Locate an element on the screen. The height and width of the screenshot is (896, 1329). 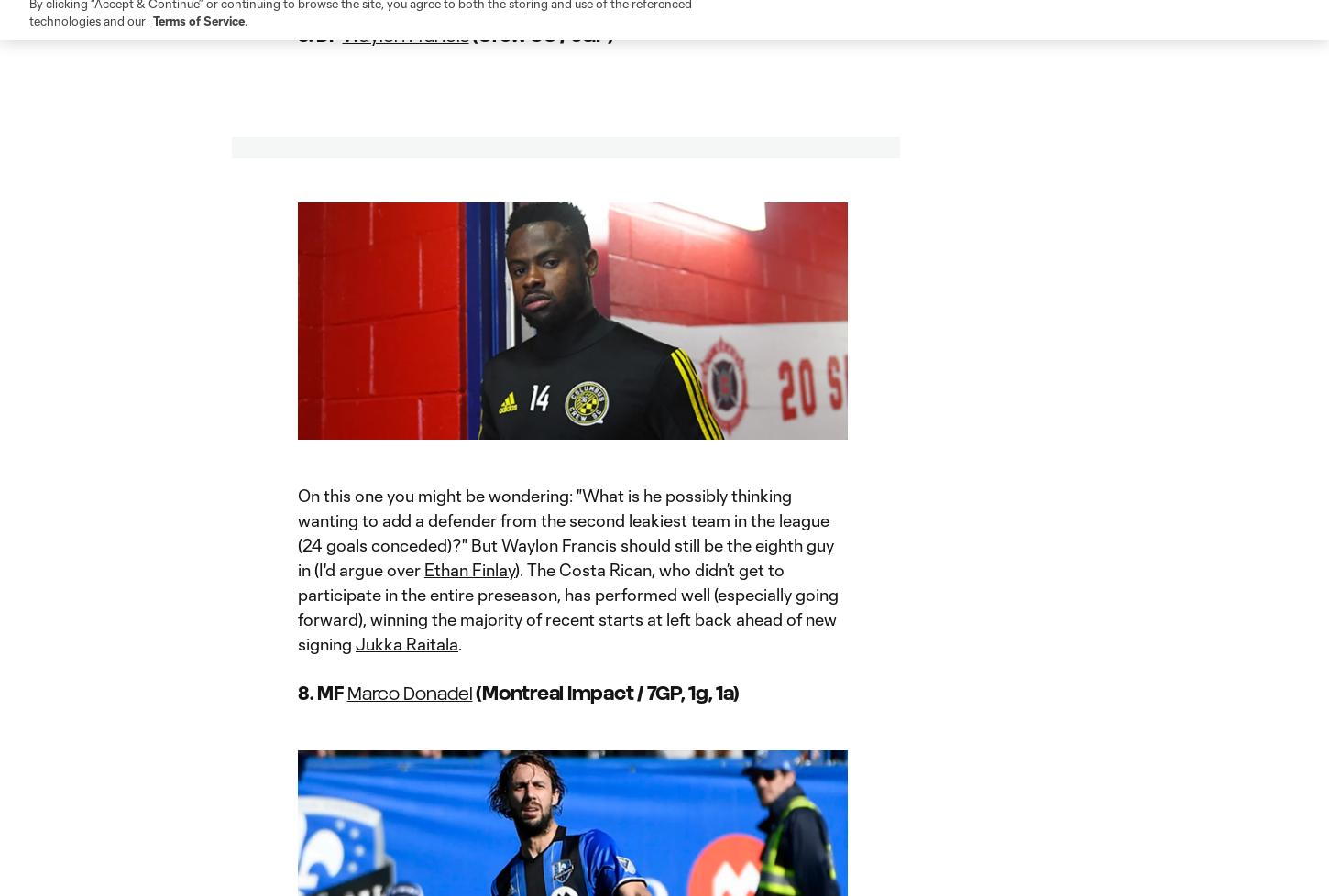
'Marco Donadel' is located at coordinates (408, 692).